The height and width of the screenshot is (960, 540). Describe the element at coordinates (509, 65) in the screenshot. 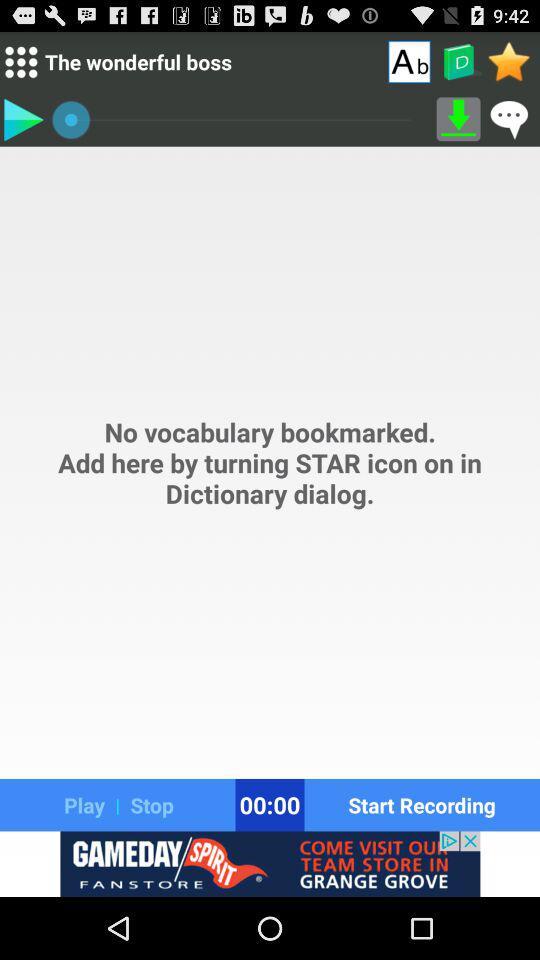

I see `the star icon` at that location.